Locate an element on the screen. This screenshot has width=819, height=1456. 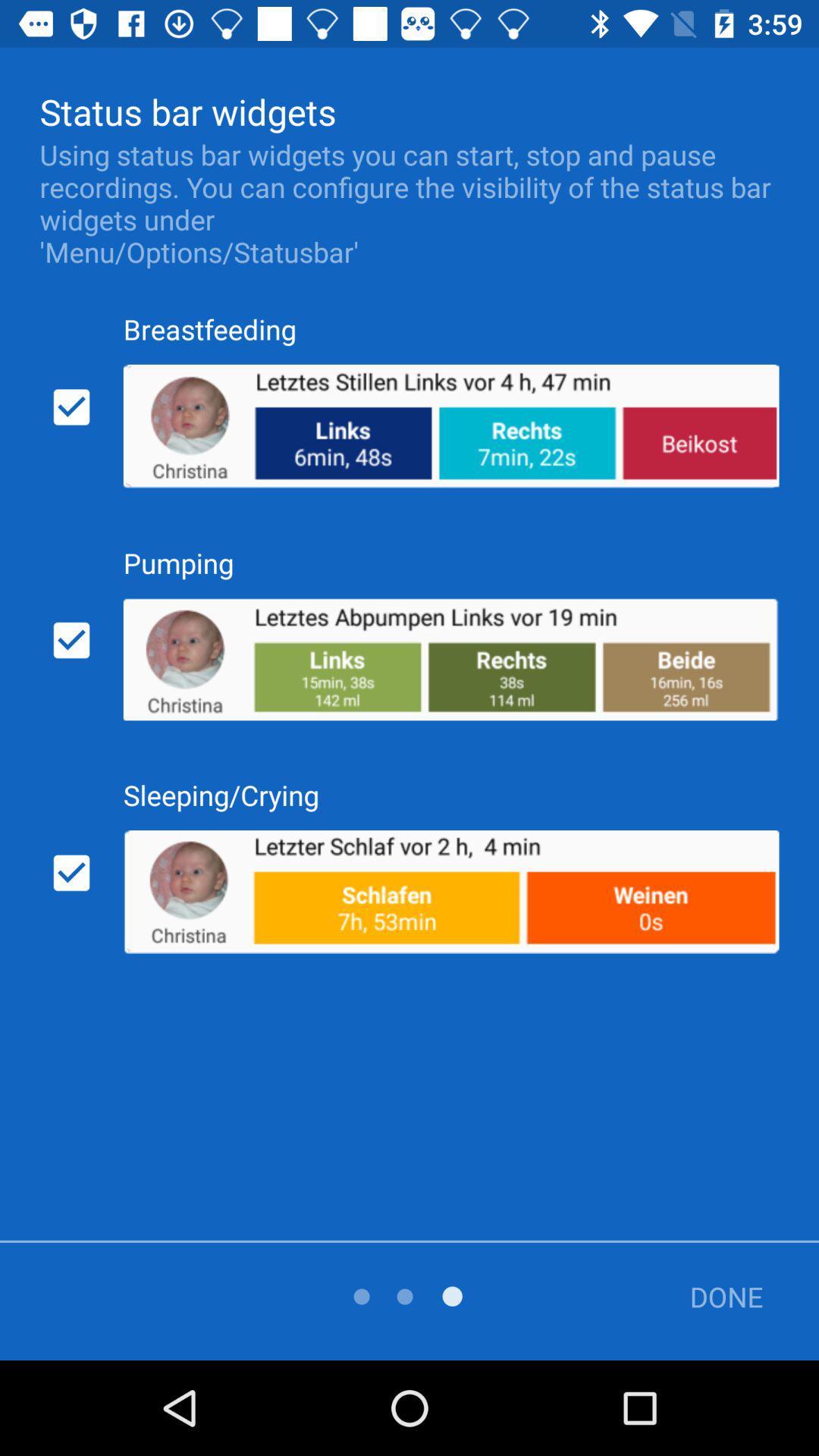
the done item is located at coordinates (715, 1295).